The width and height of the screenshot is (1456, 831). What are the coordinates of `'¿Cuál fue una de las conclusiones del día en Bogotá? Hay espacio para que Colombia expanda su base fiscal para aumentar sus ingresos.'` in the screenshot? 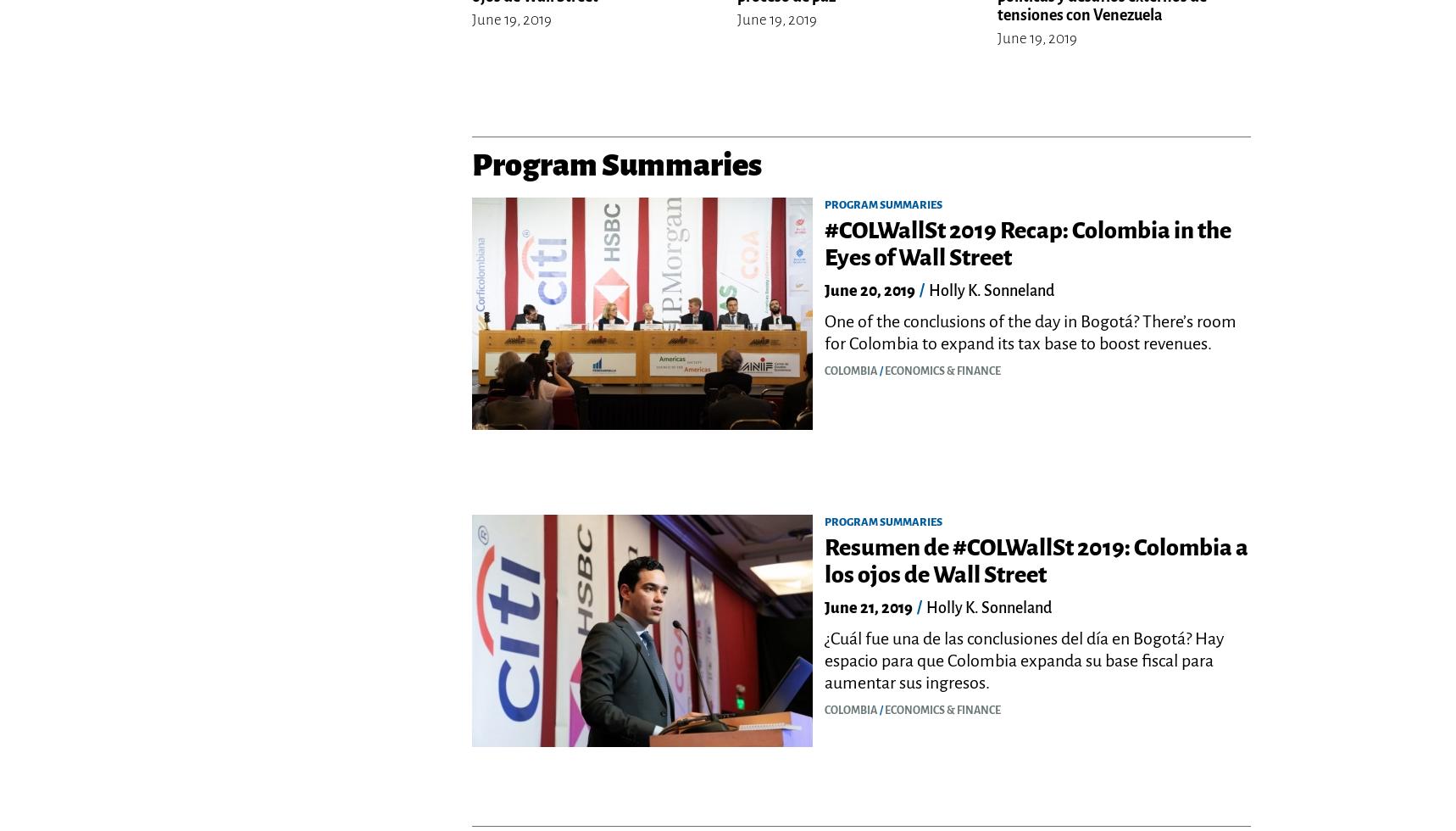 It's located at (825, 660).